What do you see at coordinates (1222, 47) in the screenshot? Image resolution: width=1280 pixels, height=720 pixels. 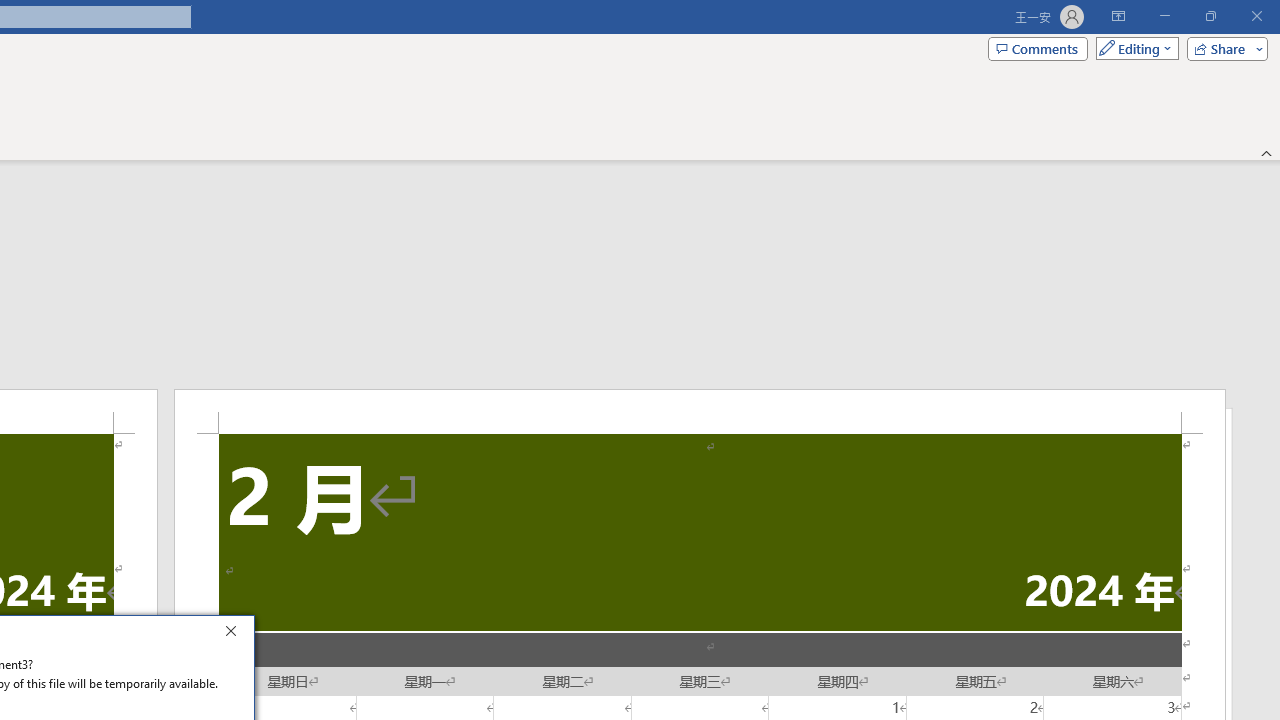 I see `'Share'` at bounding box center [1222, 47].